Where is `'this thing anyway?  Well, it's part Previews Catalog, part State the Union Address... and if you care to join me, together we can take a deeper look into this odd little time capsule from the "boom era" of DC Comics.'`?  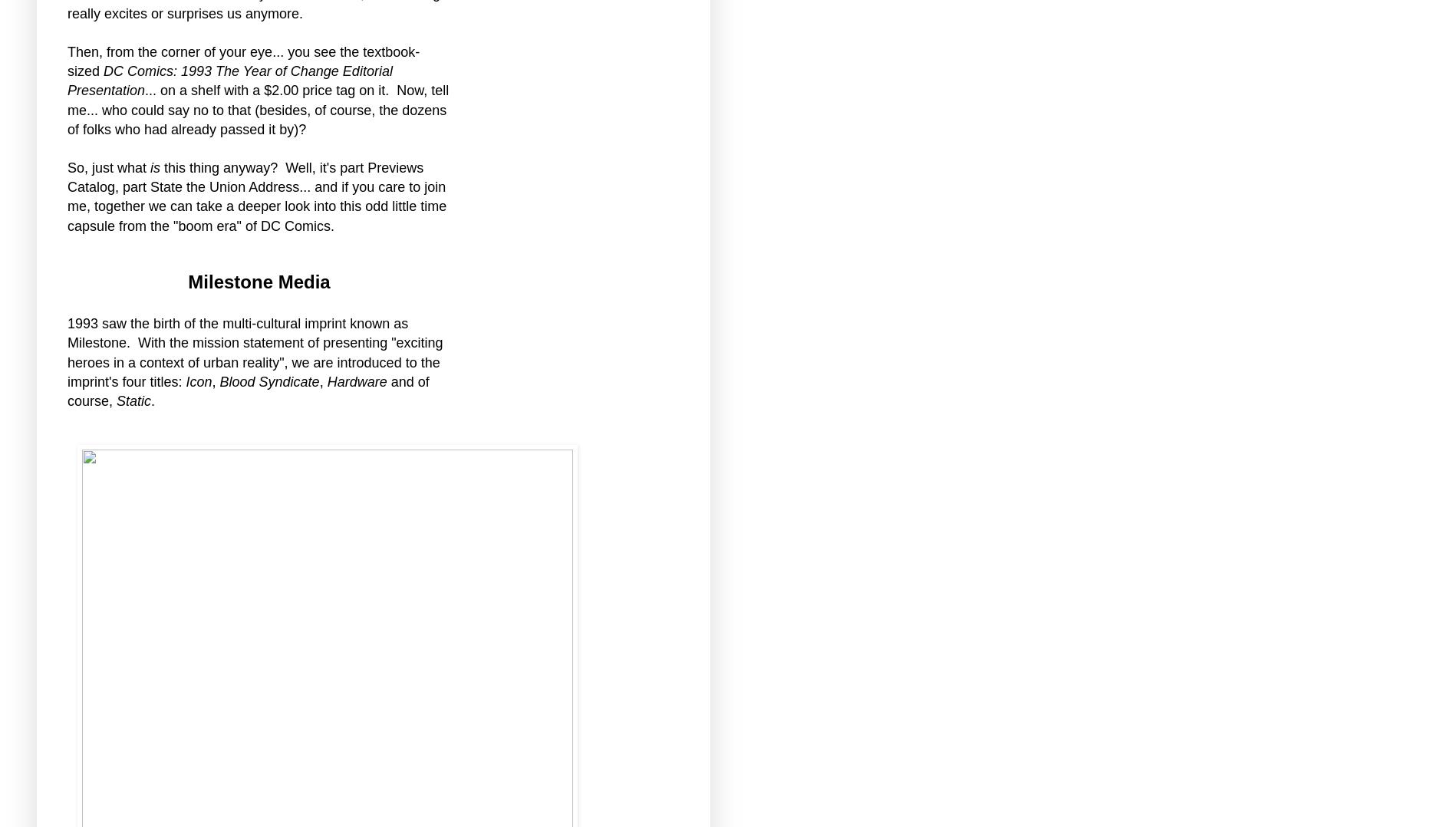 'this thing anyway?  Well, it's part Previews Catalog, part State the Union Address... and if you care to join me, together we can take a deeper look into this odd little time capsule from the "boom era" of DC Comics.' is located at coordinates (256, 196).